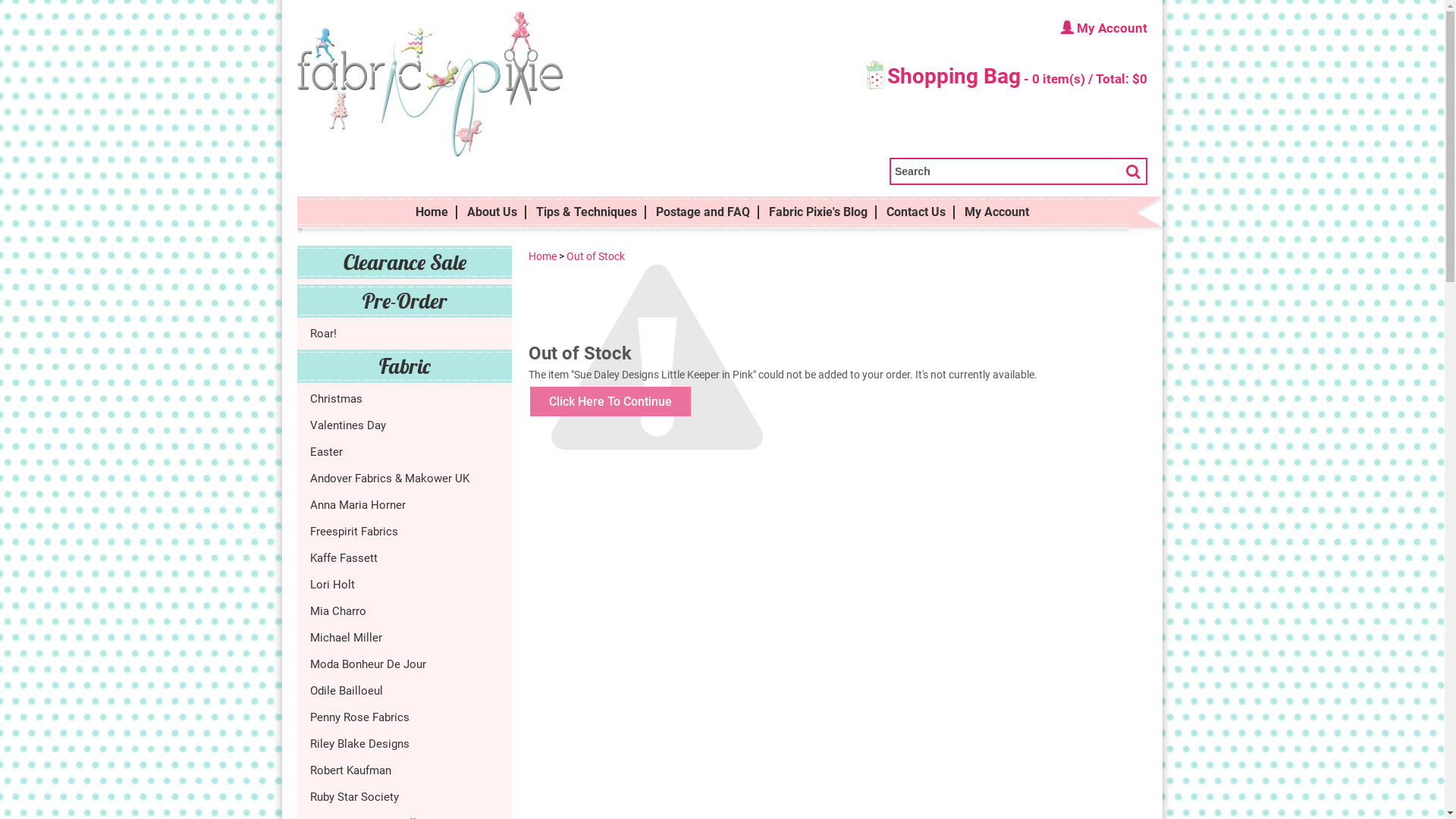  I want to click on 'Out of Stock', so click(595, 256).